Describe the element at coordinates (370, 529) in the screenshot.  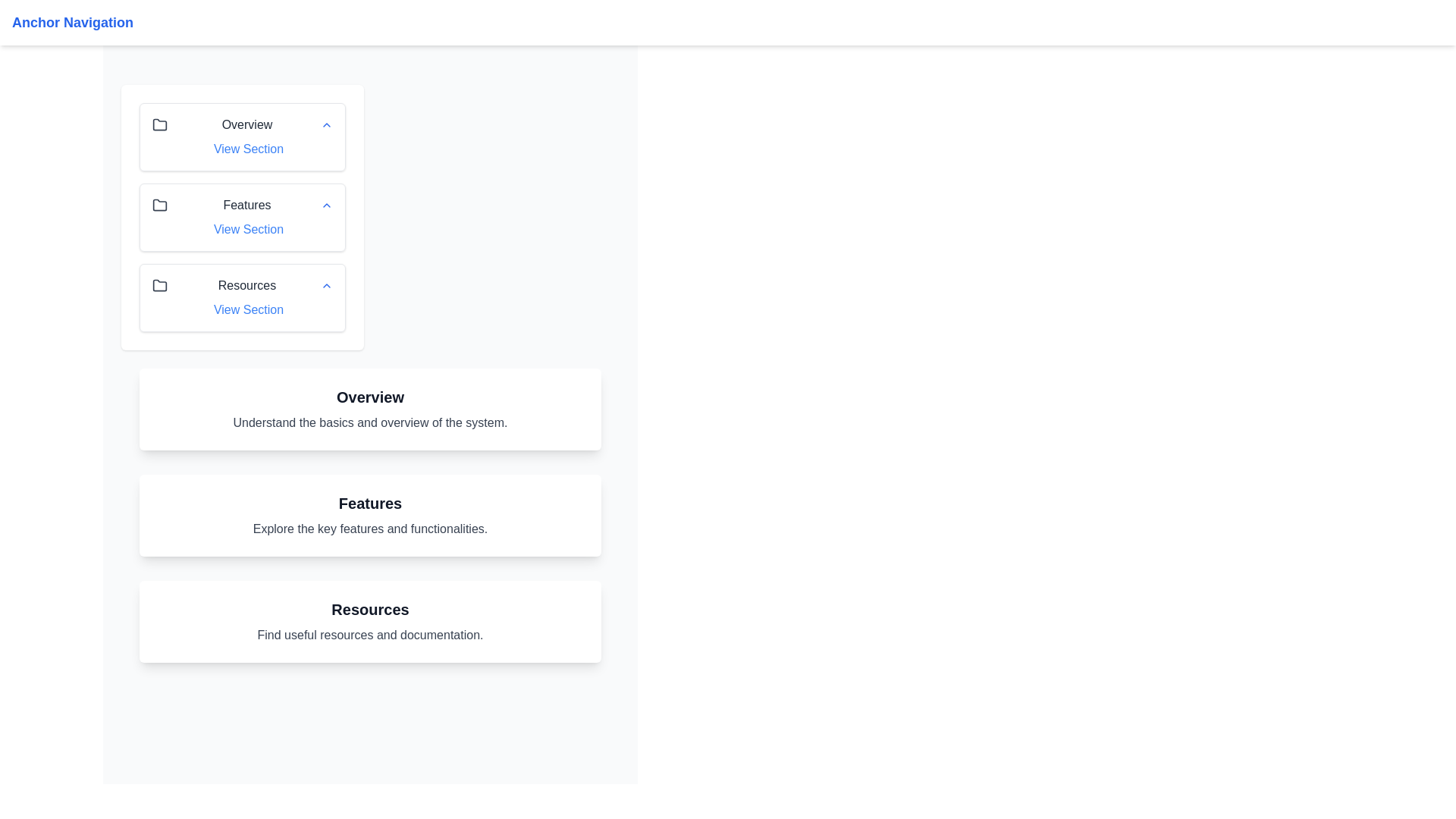
I see `the descriptive text label located just below the 'Features' title, which provides an overview of the section` at that location.